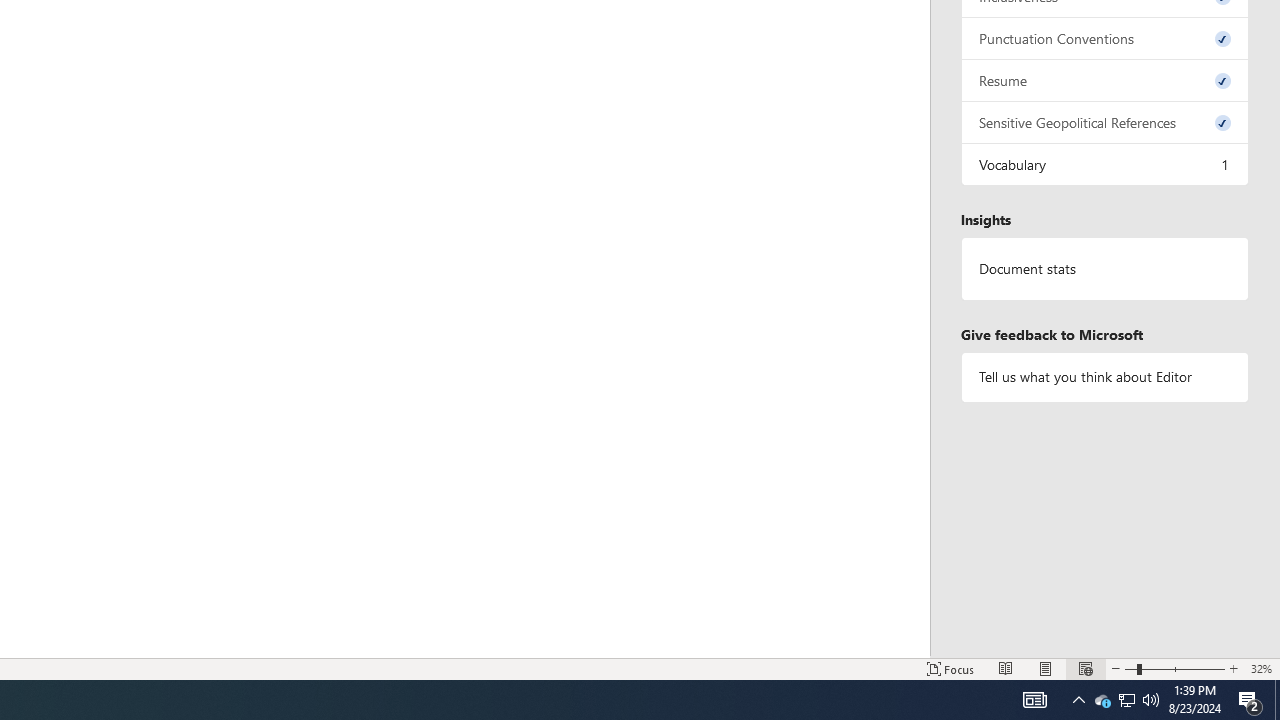 Image resolution: width=1280 pixels, height=720 pixels. What do you see at coordinates (1104, 163) in the screenshot?
I see `'Vocabulary, 1 issue. Press space or enter to review items.'` at bounding box center [1104, 163].